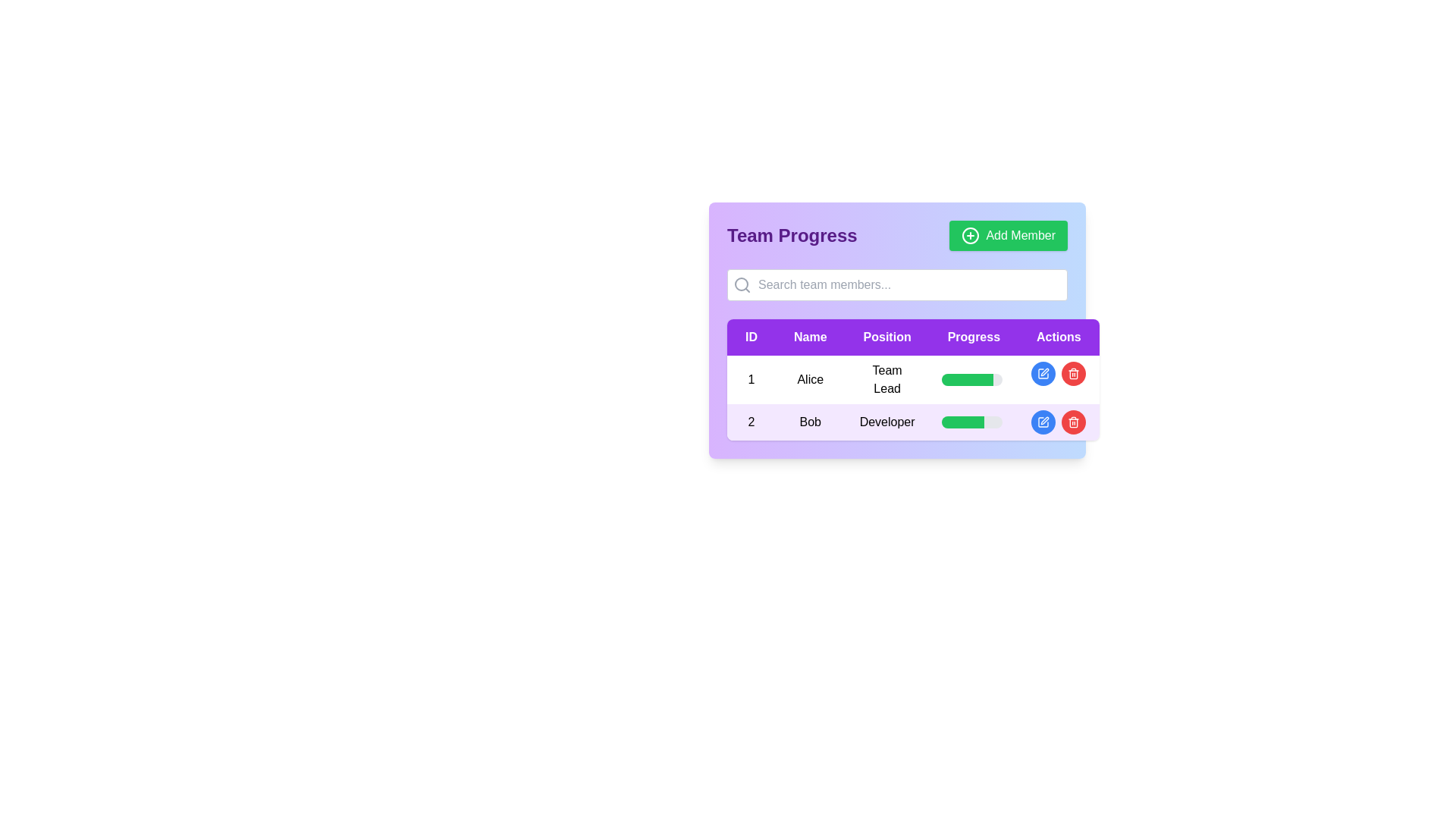  I want to click on the pencil icon button located in the 'Actions' column of the second row for 'Bob' to initiate the edit process, so click(1043, 372).